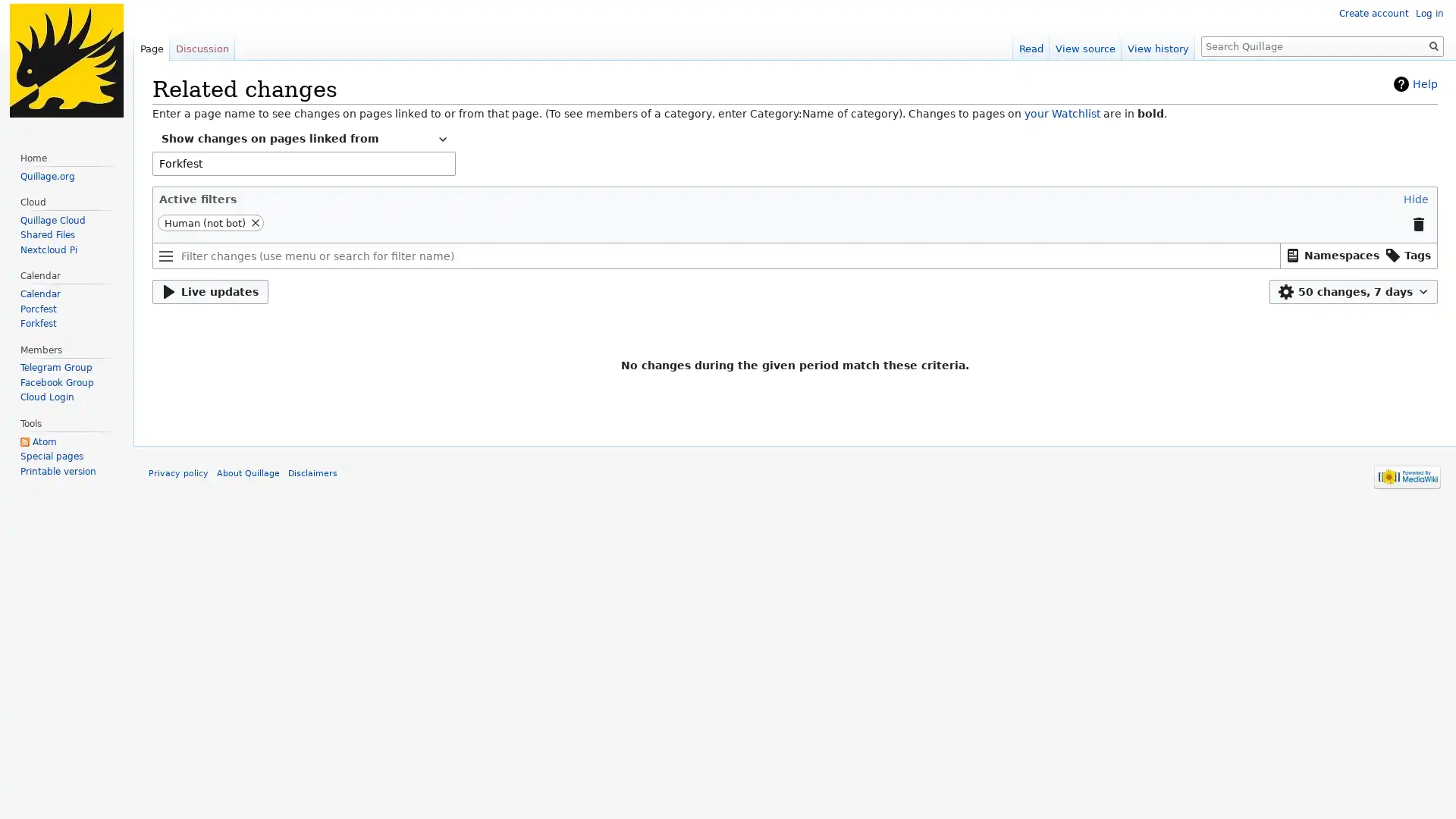  I want to click on Namespaces, so click(1330, 254).